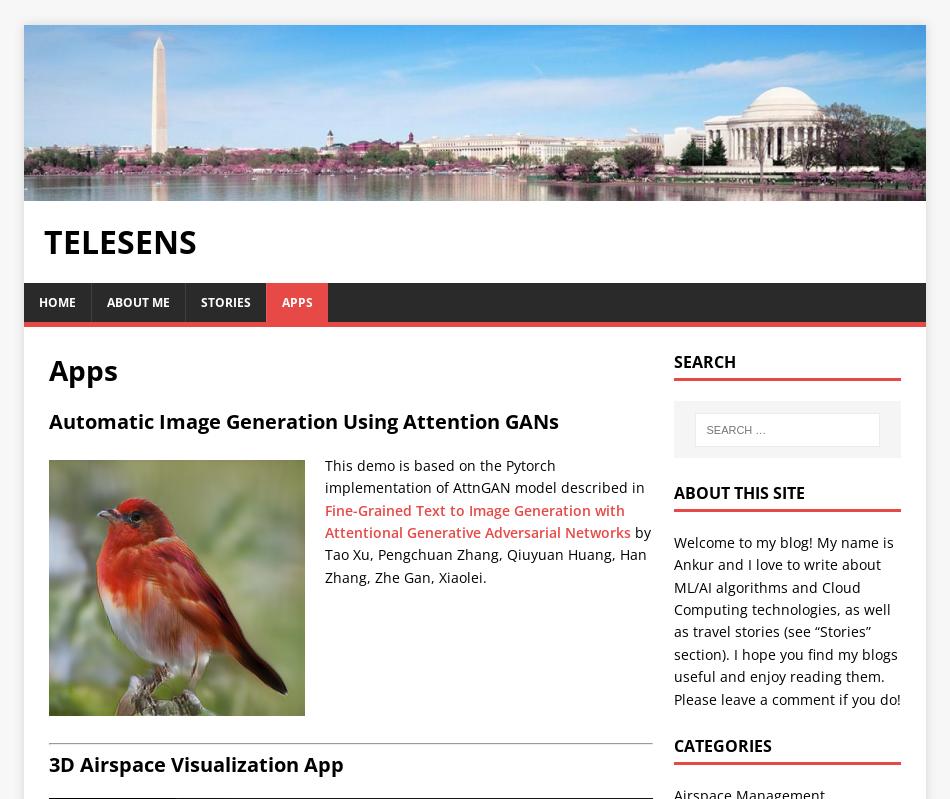 This screenshot has width=950, height=799. I want to click on 'About This Site', so click(737, 492).